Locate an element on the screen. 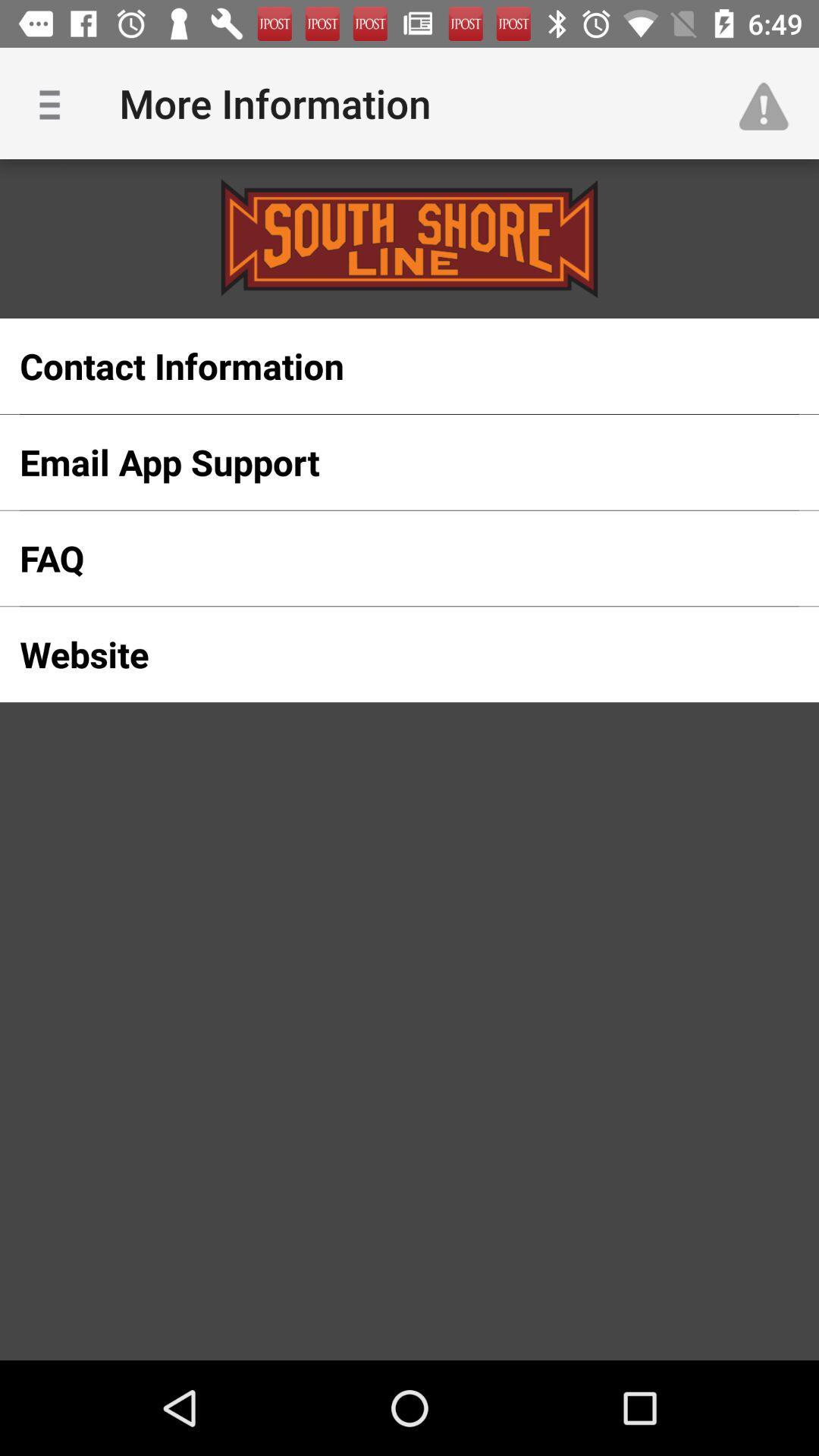 Image resolution: width=819 pixels, height=1456 pixels. contact information item is located at coordinates (384, 366).